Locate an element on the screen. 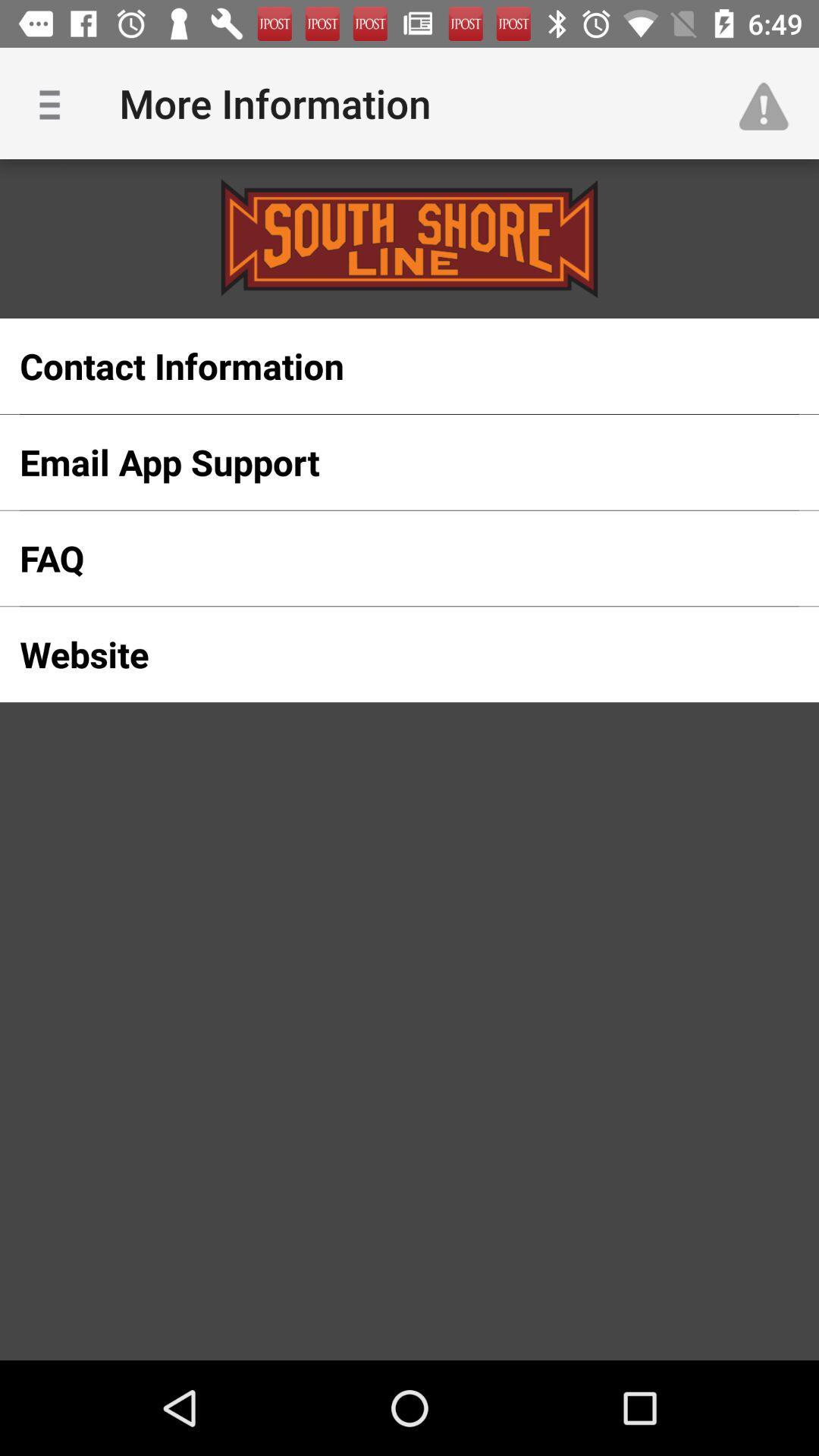 Image resolution: width=819 pixels, height=1456 pixels. contact information item is located at coordinates (384, 366).